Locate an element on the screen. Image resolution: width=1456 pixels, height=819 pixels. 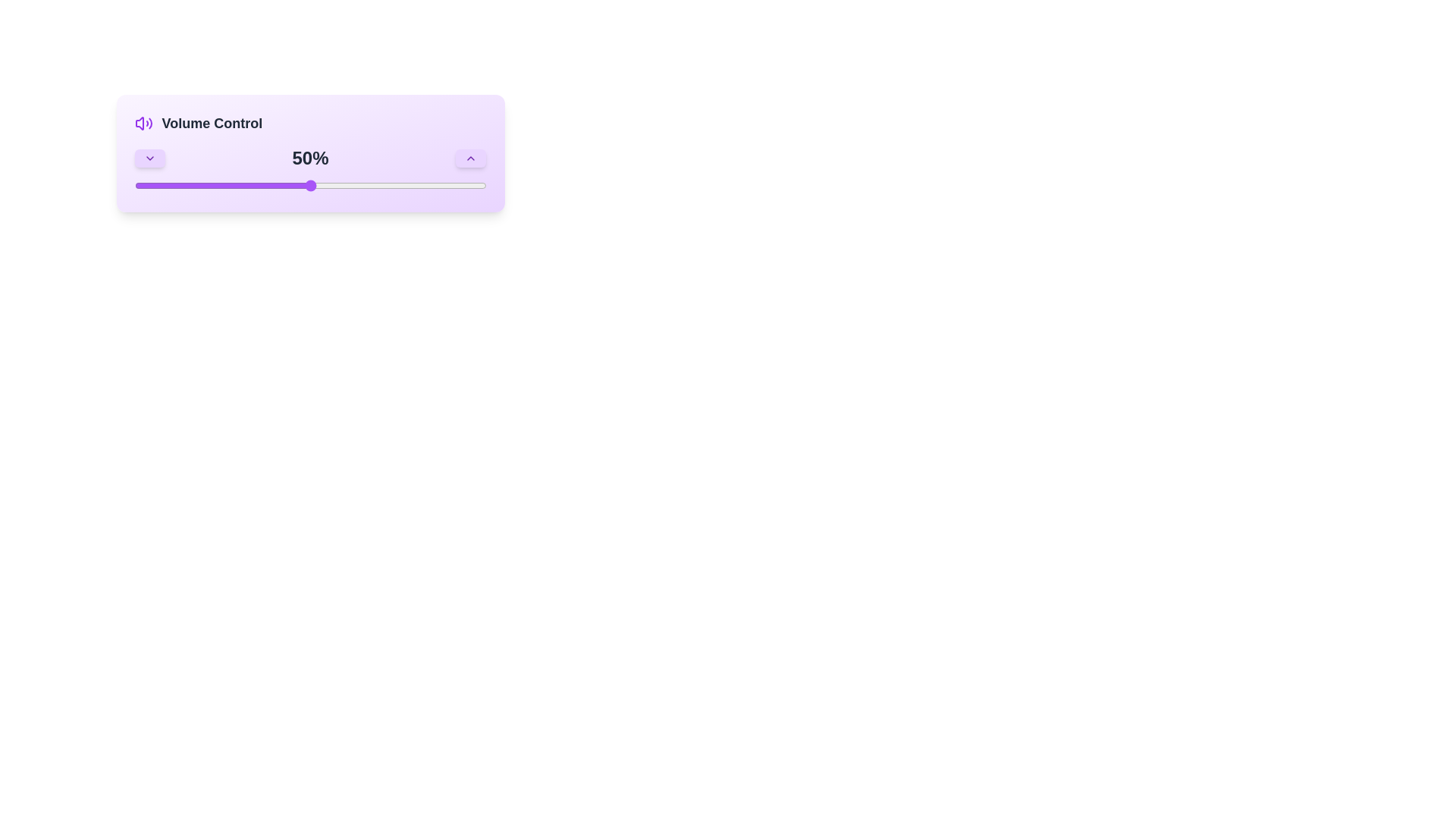
the volume slider is located at coordinates (374, 185).